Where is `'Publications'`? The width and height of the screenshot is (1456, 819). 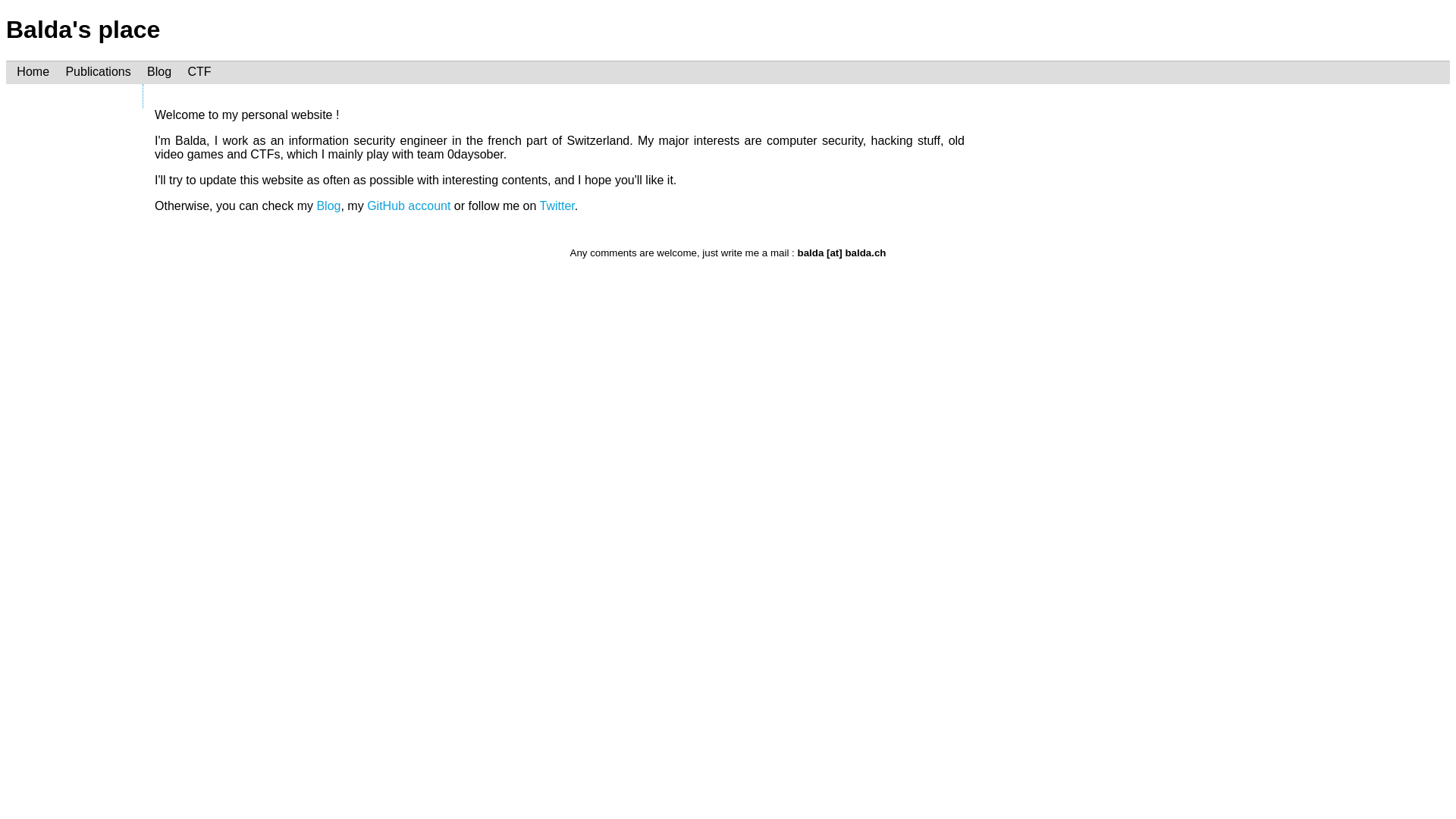 'Publications' is located at coordinates (97, 72).